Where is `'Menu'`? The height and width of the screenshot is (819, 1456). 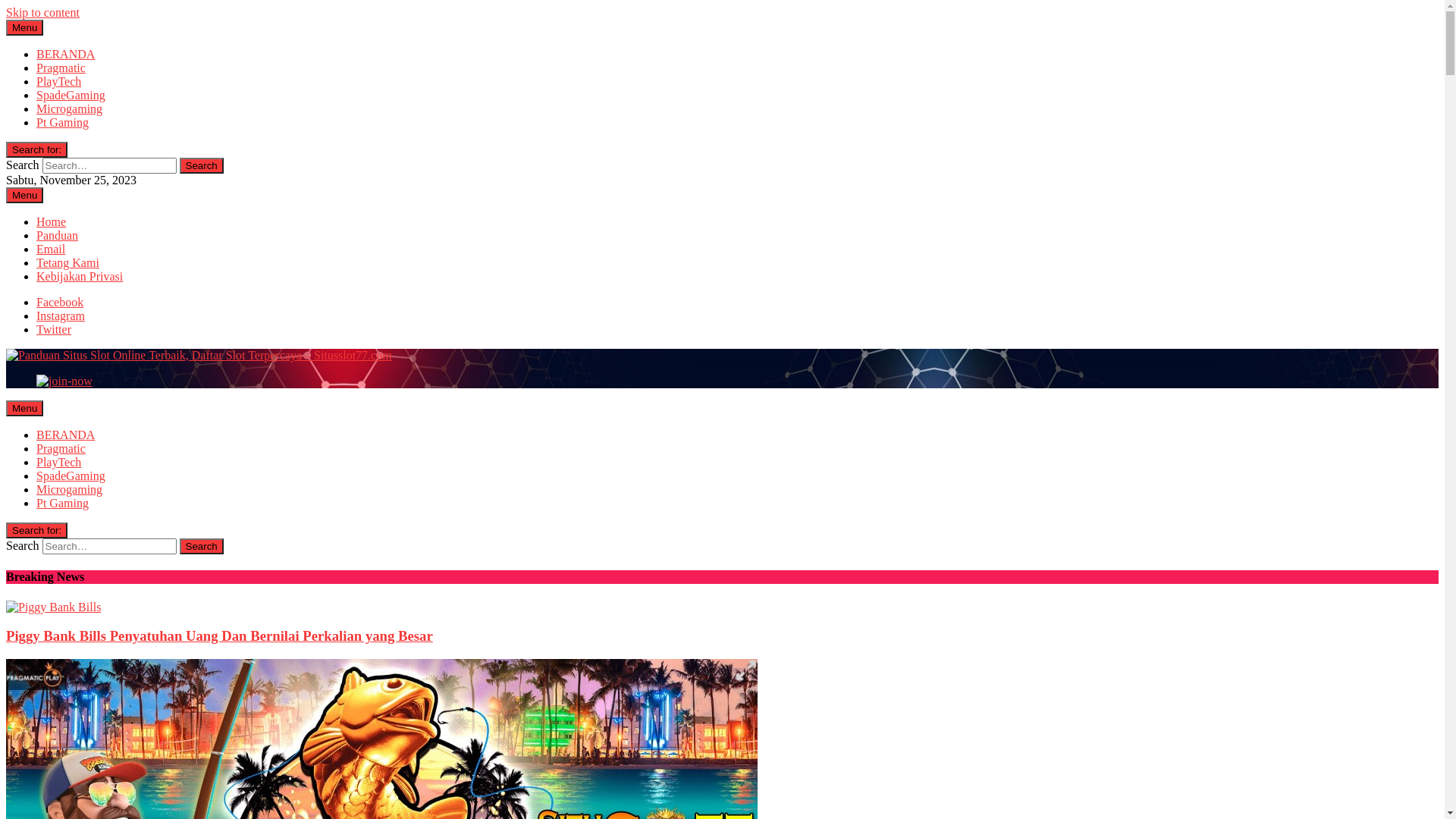 'Menu' is located at coordinates (24, 407).